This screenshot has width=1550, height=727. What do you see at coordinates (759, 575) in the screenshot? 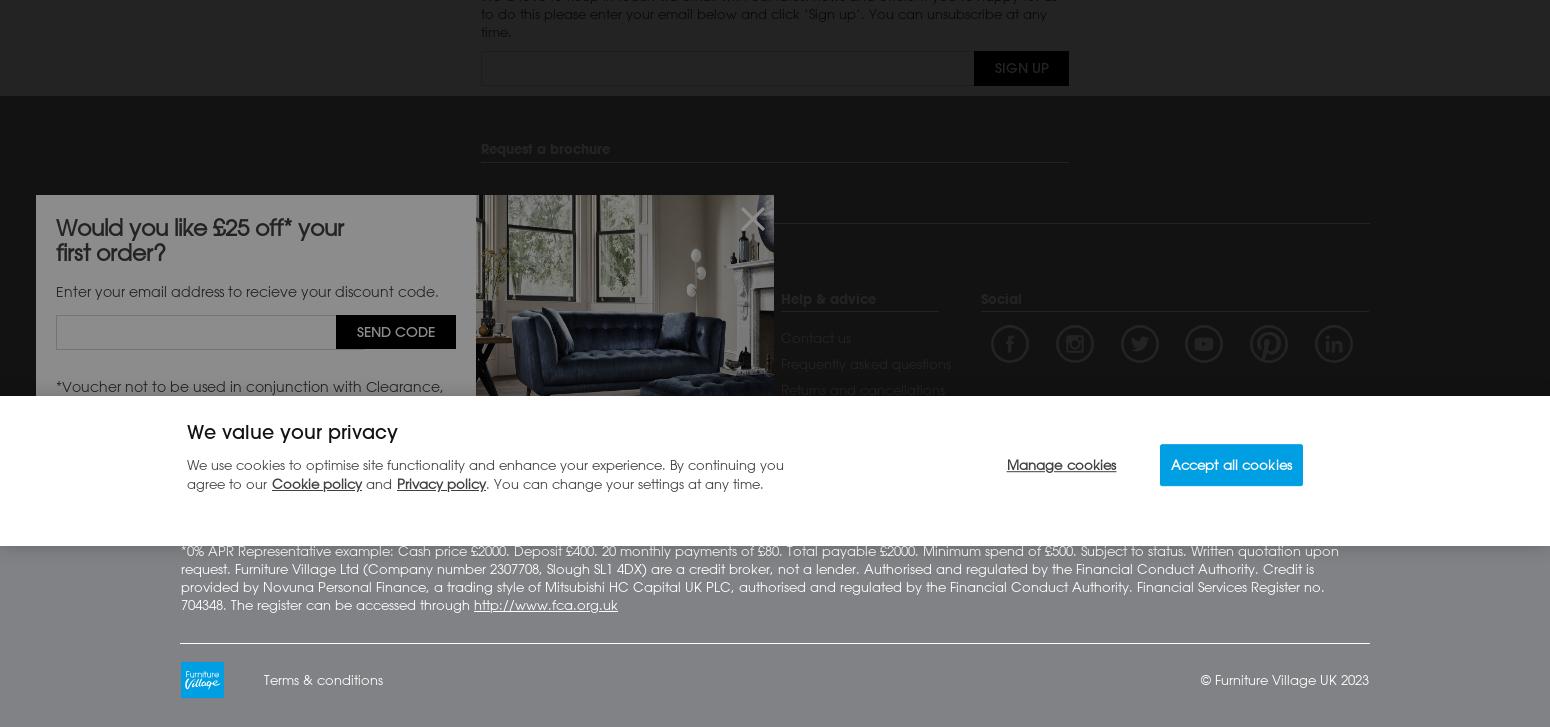
I see `'*0% APR Representative example: Cash price £2000. Deposit £400. 20 monthly payments
of £80. Total payable £2000. Minimum spend of £500. Subject to status. Written quotation
upon request. Furniture Village Ltd (Company number 2307708, Slough SL1 4DX) are a
credit broker, not a lender. Authorised and regulated by the Financial Conduct Authority. Credit
is provided by Novuna Personal Finance, a trading style of Mitsubishi HC Capital UK PLC, authorised and regulated by the
Financial Conduct Authority. Financial Services Register no. 704348. The register can be accessed through'` at bounding box center [759, 575].